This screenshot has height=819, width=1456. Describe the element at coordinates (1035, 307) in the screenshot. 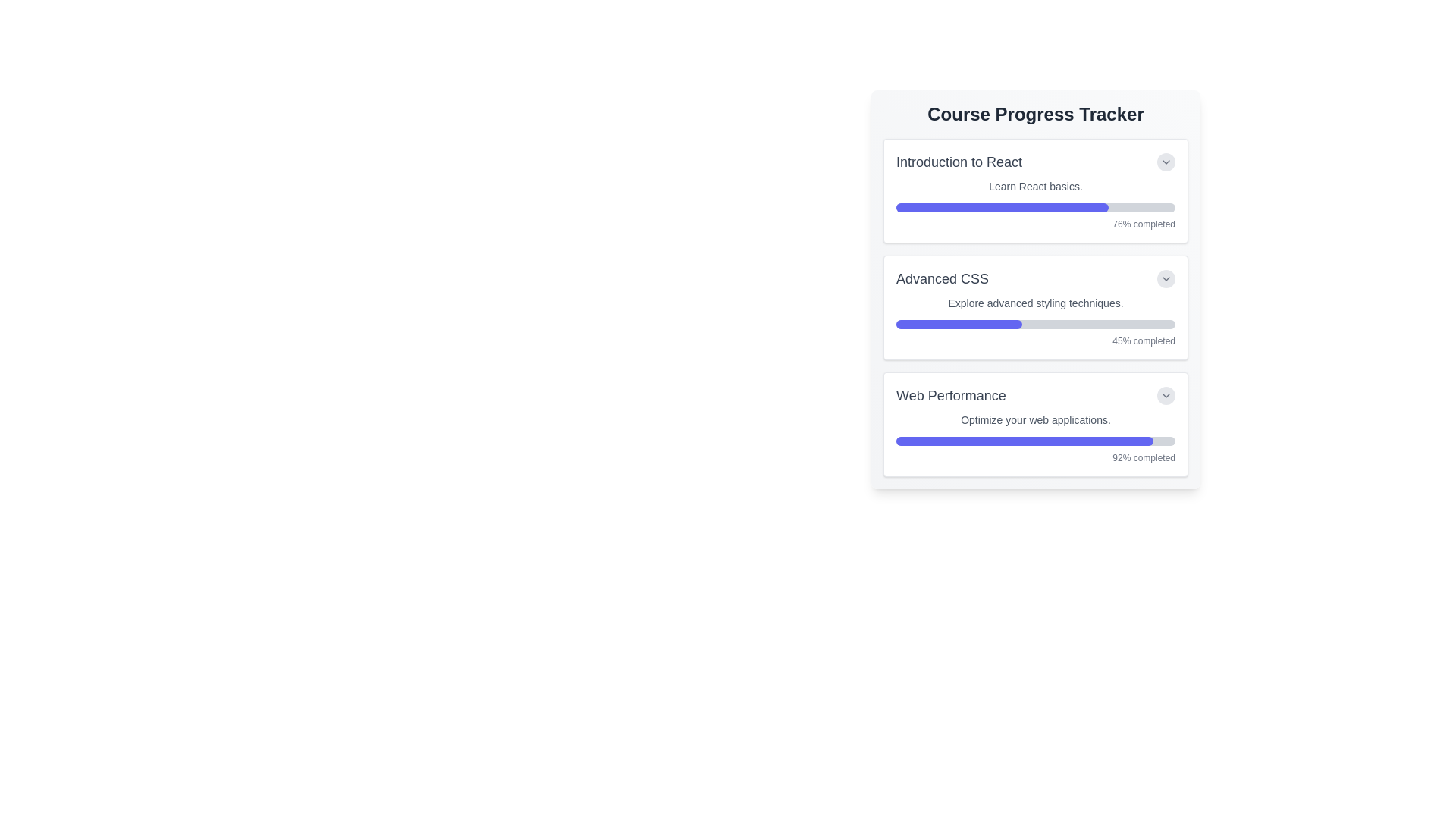

I see `the list containing progress monitoring cards` at that location.